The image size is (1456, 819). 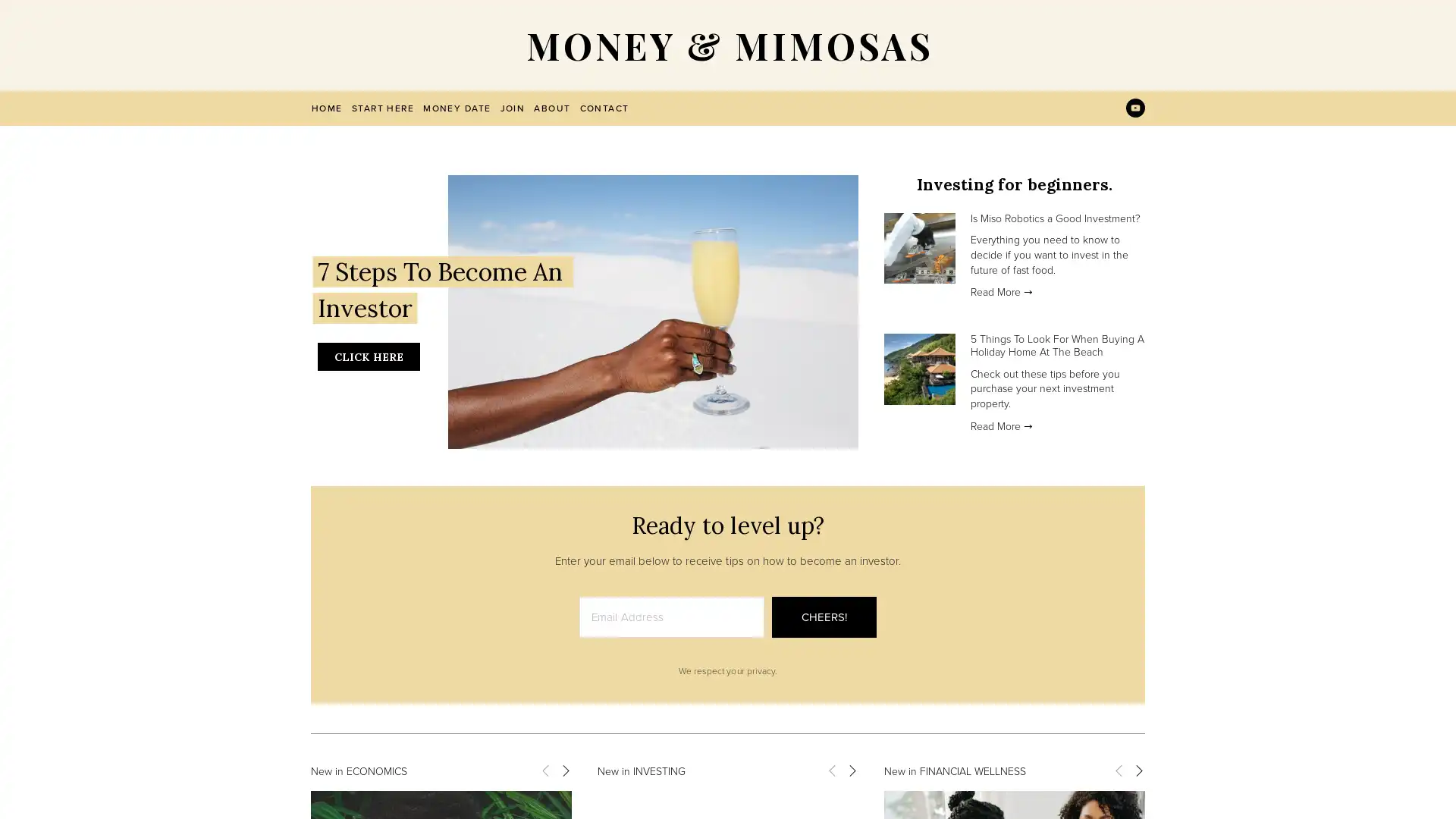 I want to click on Close, so click(x=994, y=222).